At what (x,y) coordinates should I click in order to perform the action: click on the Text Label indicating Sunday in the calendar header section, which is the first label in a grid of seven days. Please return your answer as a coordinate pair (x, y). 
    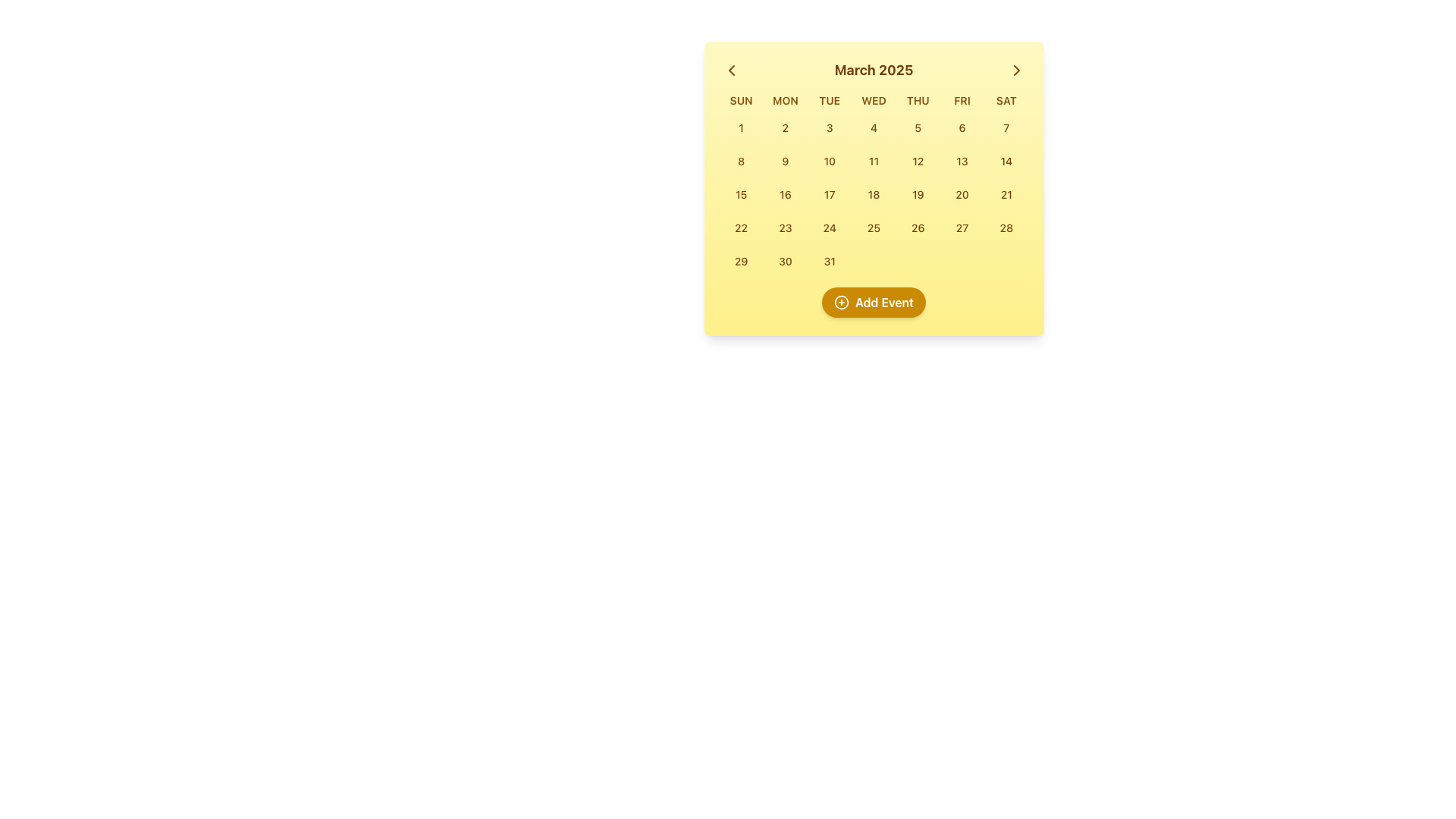
    Looking at the image, I should click on (741, 100).